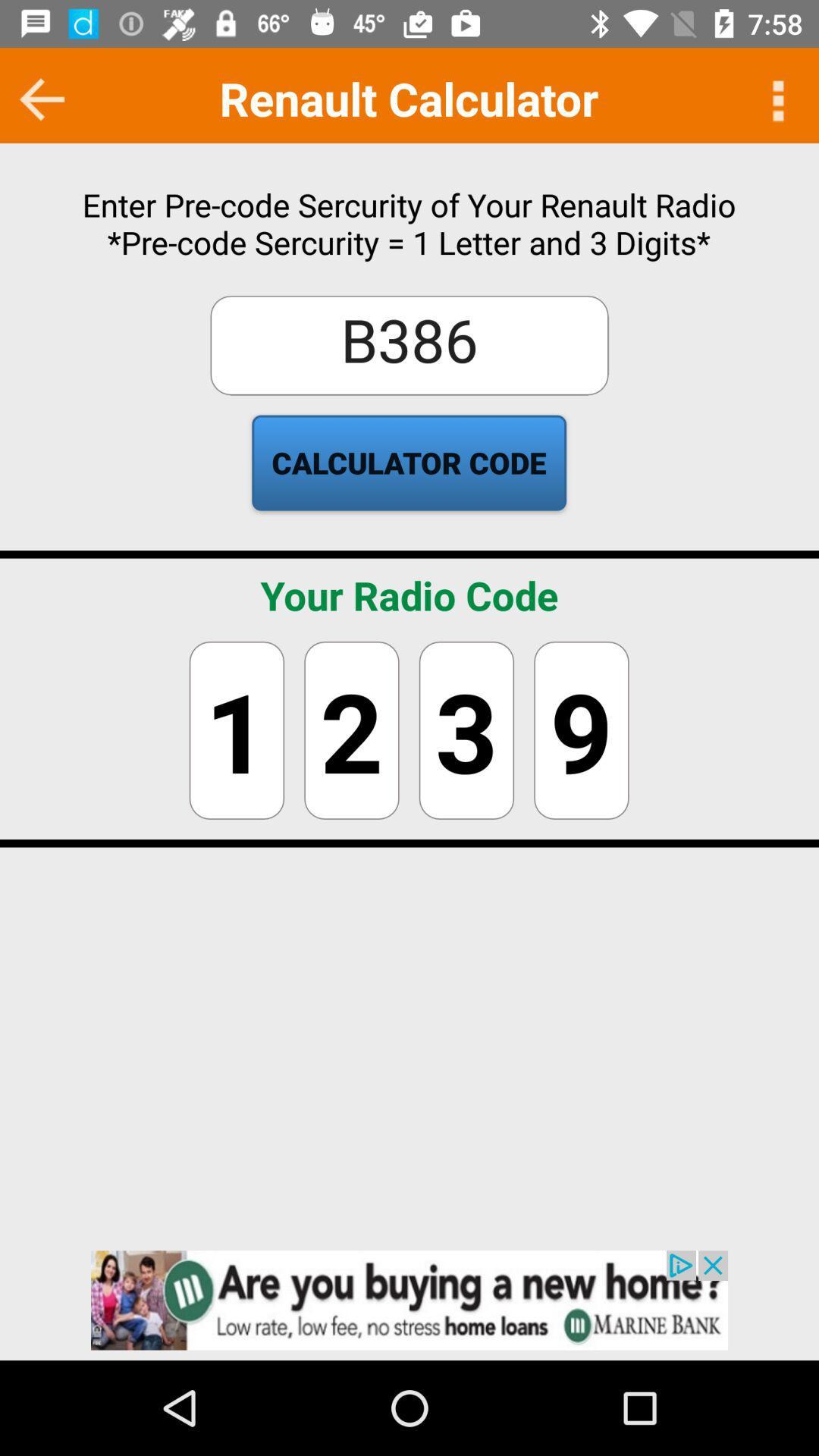 The width and height of the screenshot is (819, 1456). What do you see at coordinates (42, 98) in the screenshot?
I see `the back arrow icon` at bounding box center [42, 98].